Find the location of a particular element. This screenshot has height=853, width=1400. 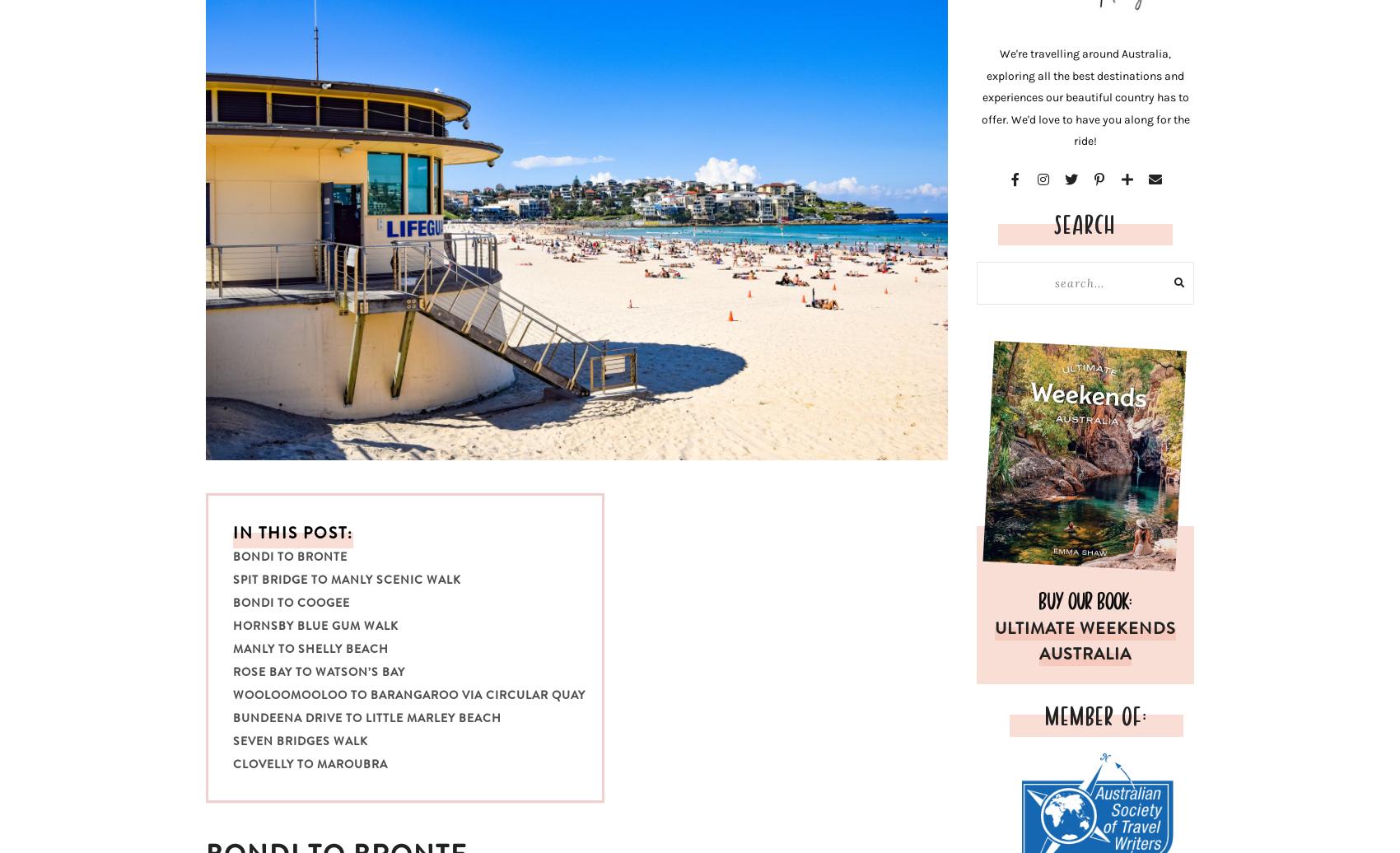

'BUY OUR BOOK:' is located at coordinates (1038, 598).